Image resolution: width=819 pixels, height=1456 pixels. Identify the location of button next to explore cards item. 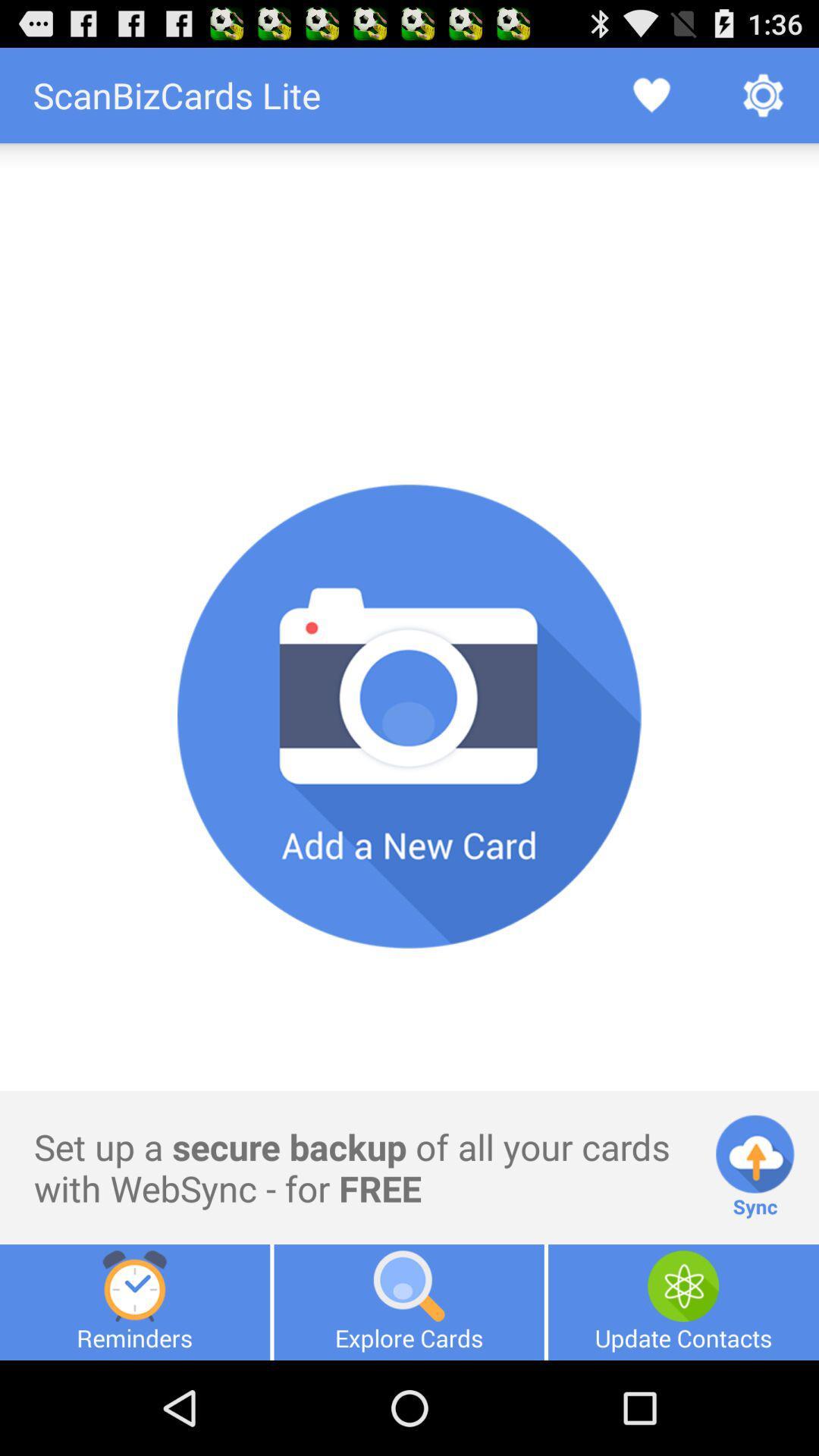
(683, 1301).